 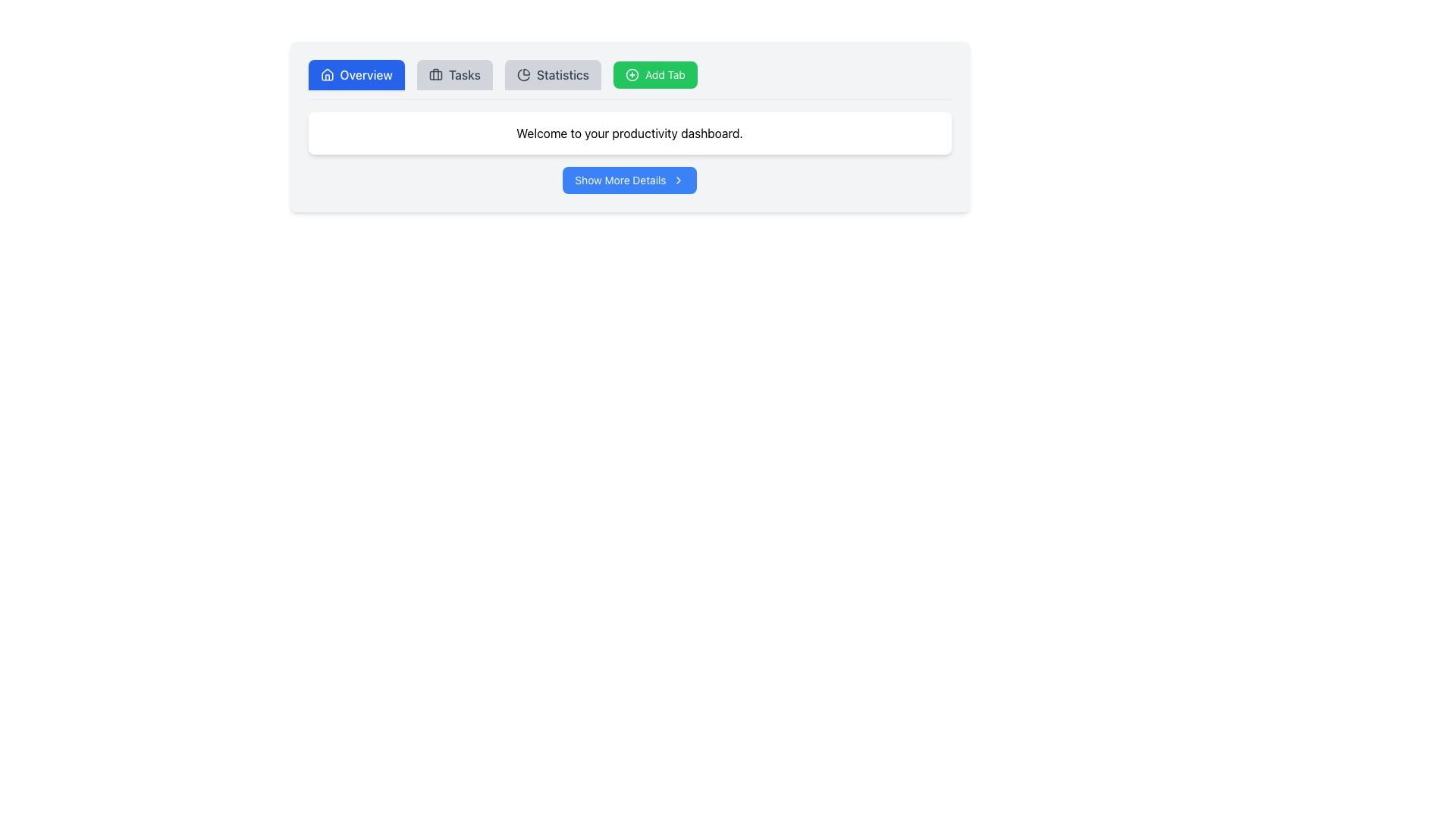 What do you see at coordinates (632, 75) in the screenshot?
I see `the circular icon with a green background and plus symbol located within the 'Add Tab' button in the top navigation bar` at bounding box center [632, 75].